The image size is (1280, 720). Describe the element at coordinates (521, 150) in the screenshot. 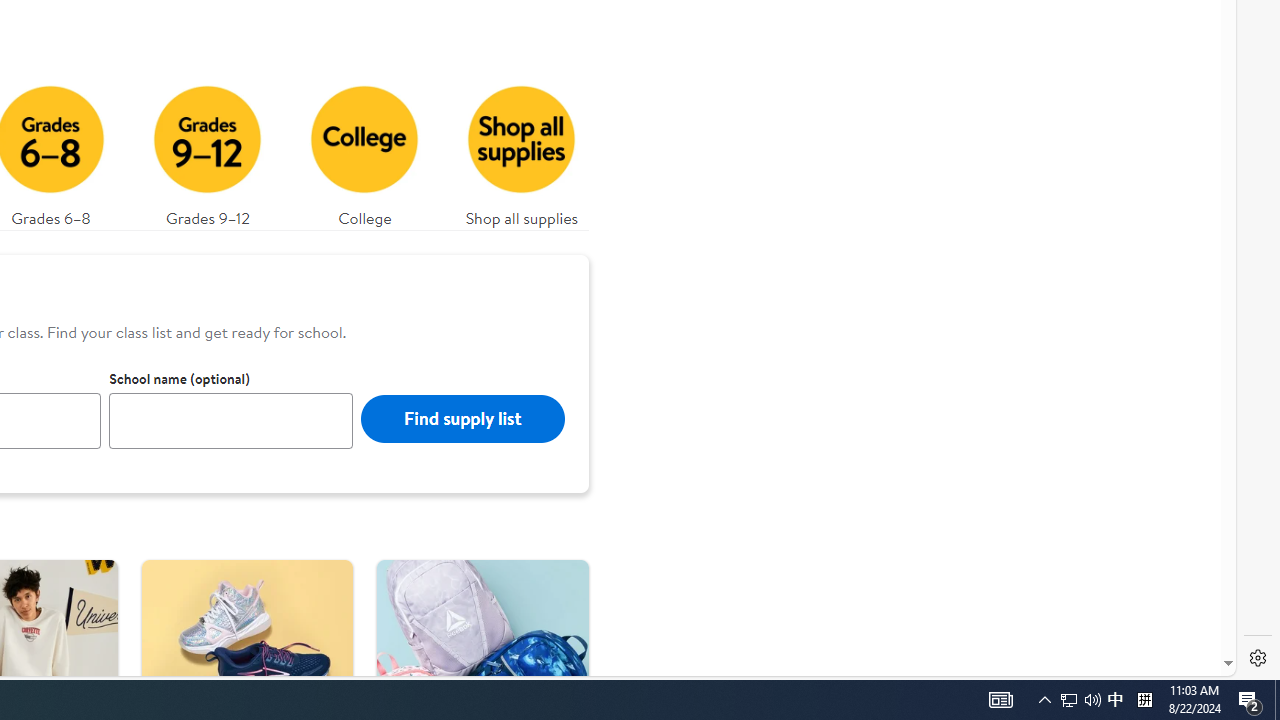

I see `'Shop all supplies'` at that location.